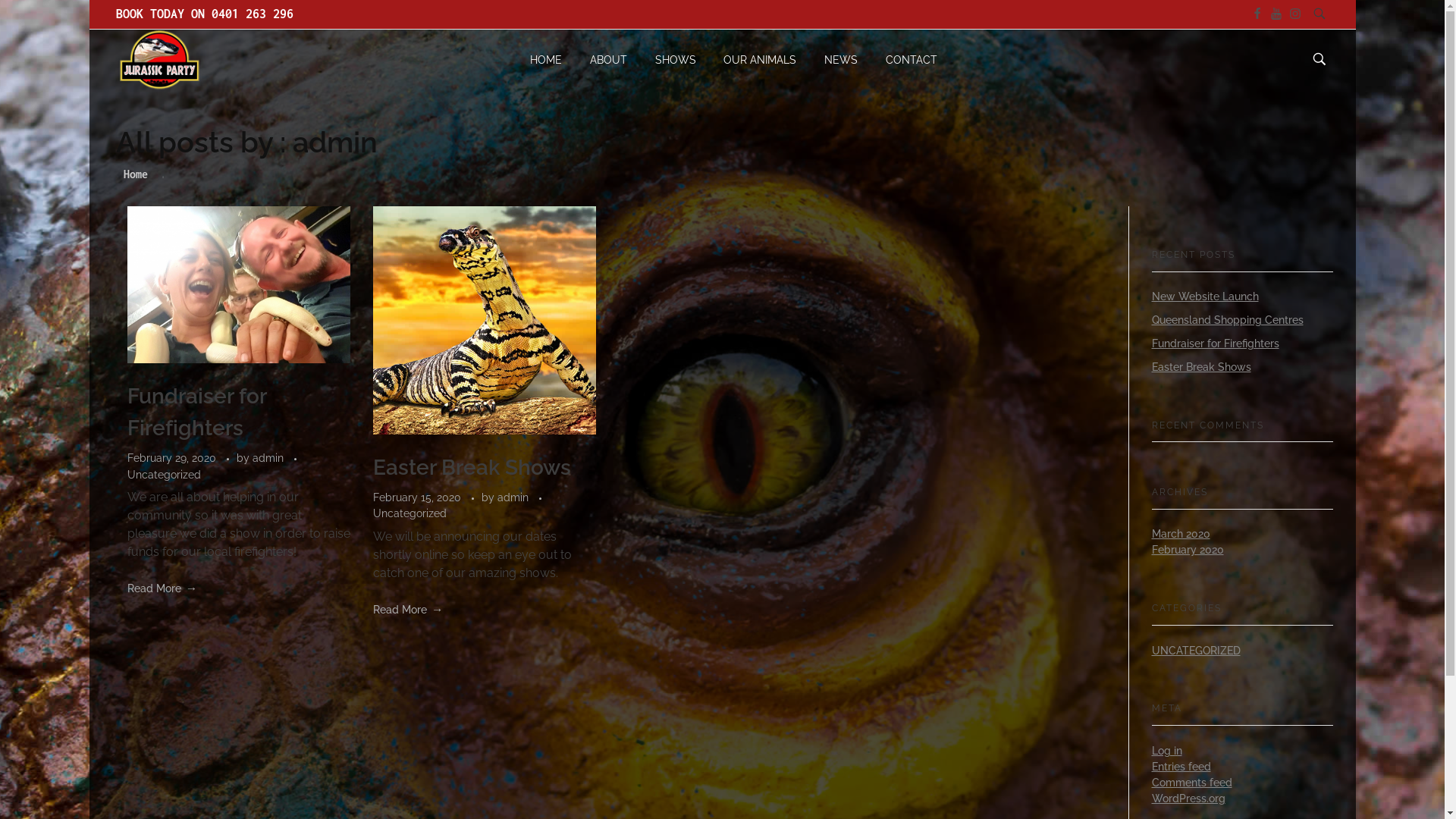 Image resolution: width=1456 pixels, height=819 pixels. What do you see at coordinates (251, 457) in the screenshot?
I see `'admin'` at bounding box center [251, 457].